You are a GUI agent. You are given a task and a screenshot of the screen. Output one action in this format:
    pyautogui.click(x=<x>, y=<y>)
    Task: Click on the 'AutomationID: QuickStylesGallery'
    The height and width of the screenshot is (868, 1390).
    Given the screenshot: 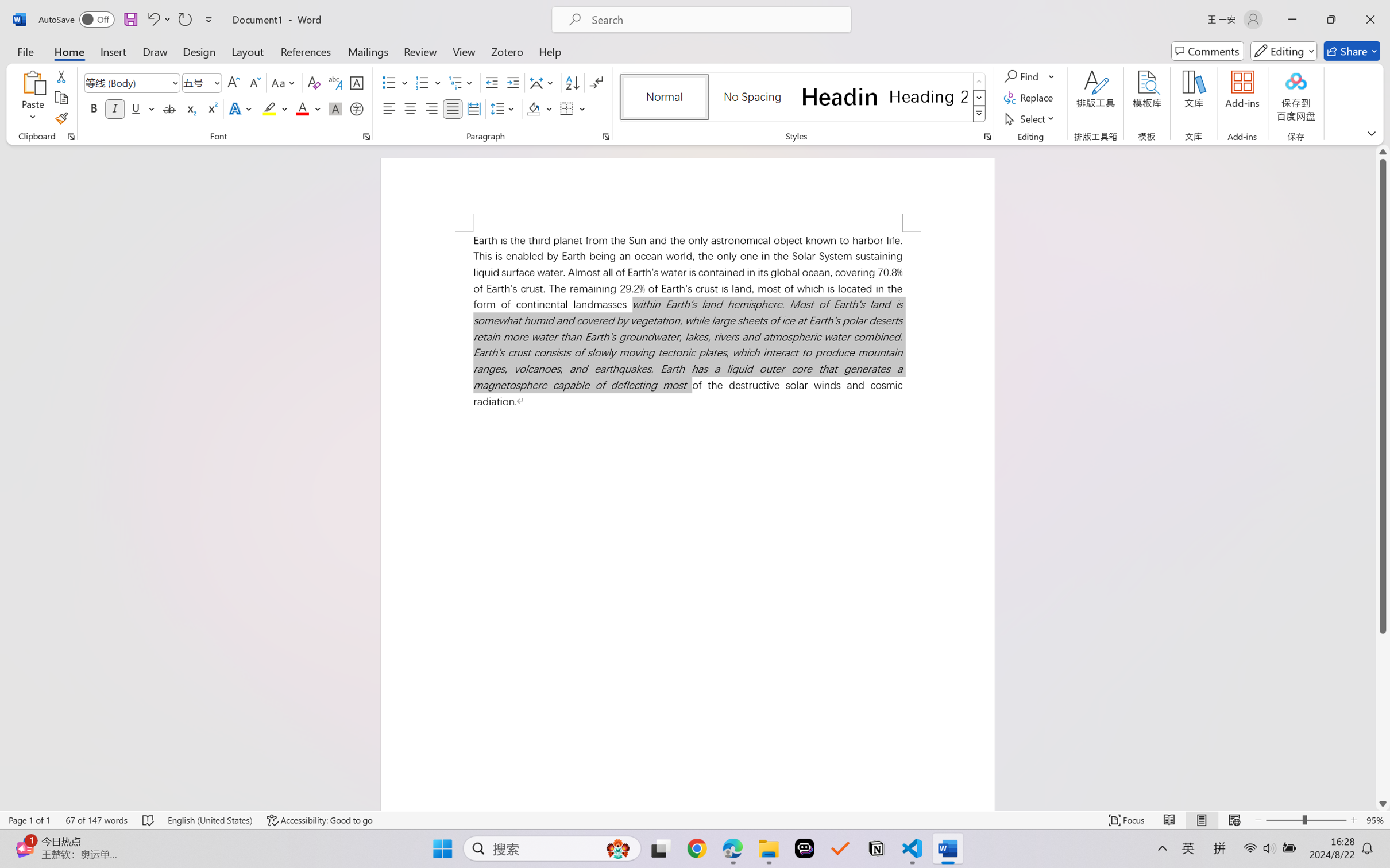 What is the action you would take?
    pyautogui.click(x=802, y=98)
    